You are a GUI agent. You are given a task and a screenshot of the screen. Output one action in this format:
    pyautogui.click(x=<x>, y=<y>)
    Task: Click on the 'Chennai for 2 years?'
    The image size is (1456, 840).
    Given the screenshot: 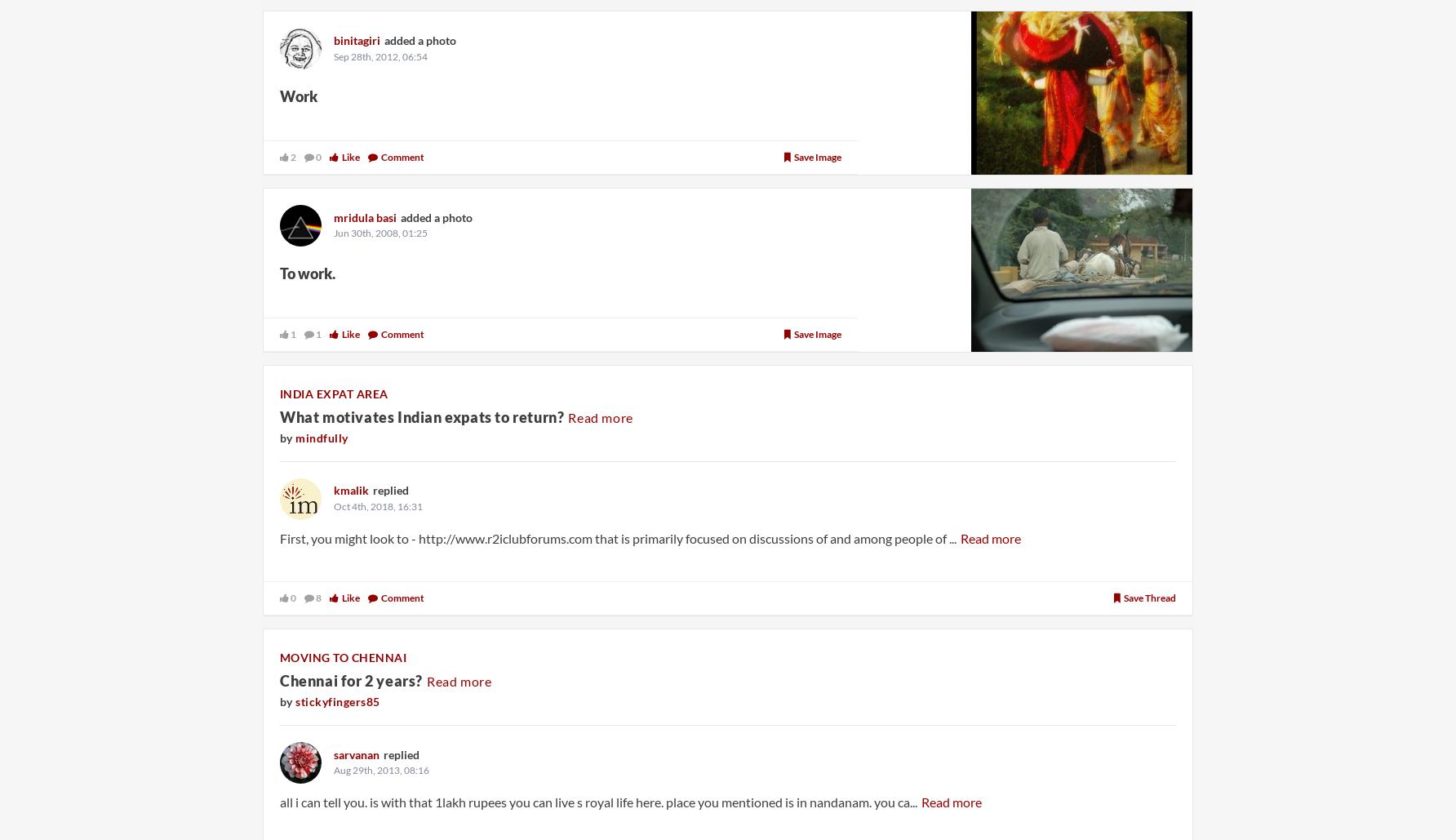 What is the action you would take?
    pyautogui.click(x=350, y=678)
    